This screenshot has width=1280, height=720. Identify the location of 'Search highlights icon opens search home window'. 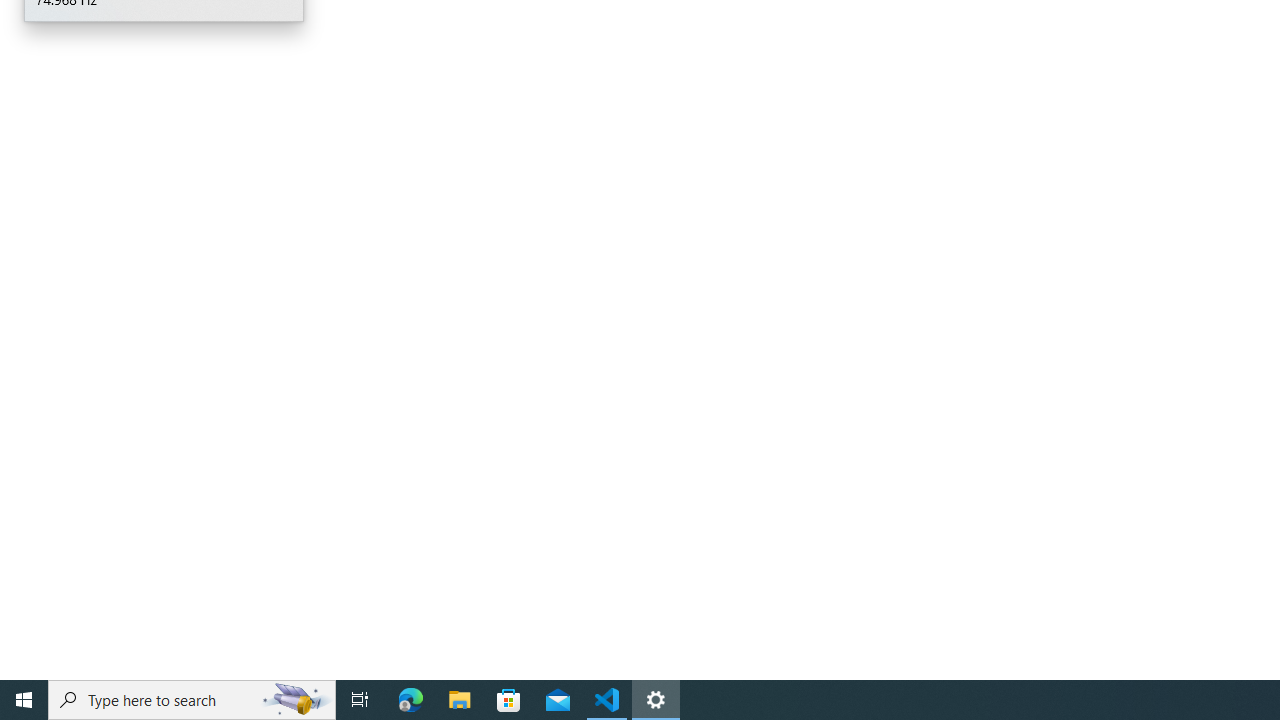
(294, 698).